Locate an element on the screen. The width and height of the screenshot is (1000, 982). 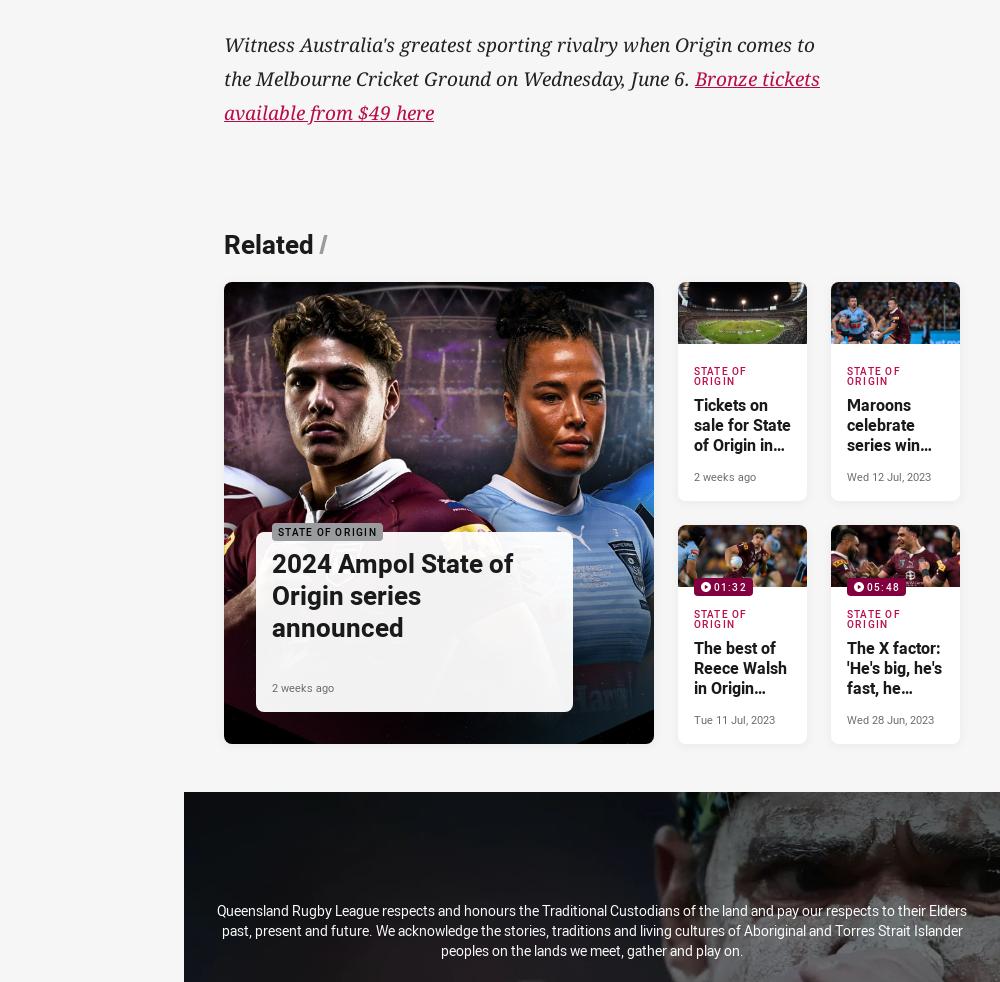
'Witness Australia's greatest sporting rivalry when Origin comes to the Melbourne Cricket Ground on Wednesday, June 6.' is located at coordinates (519, 60).